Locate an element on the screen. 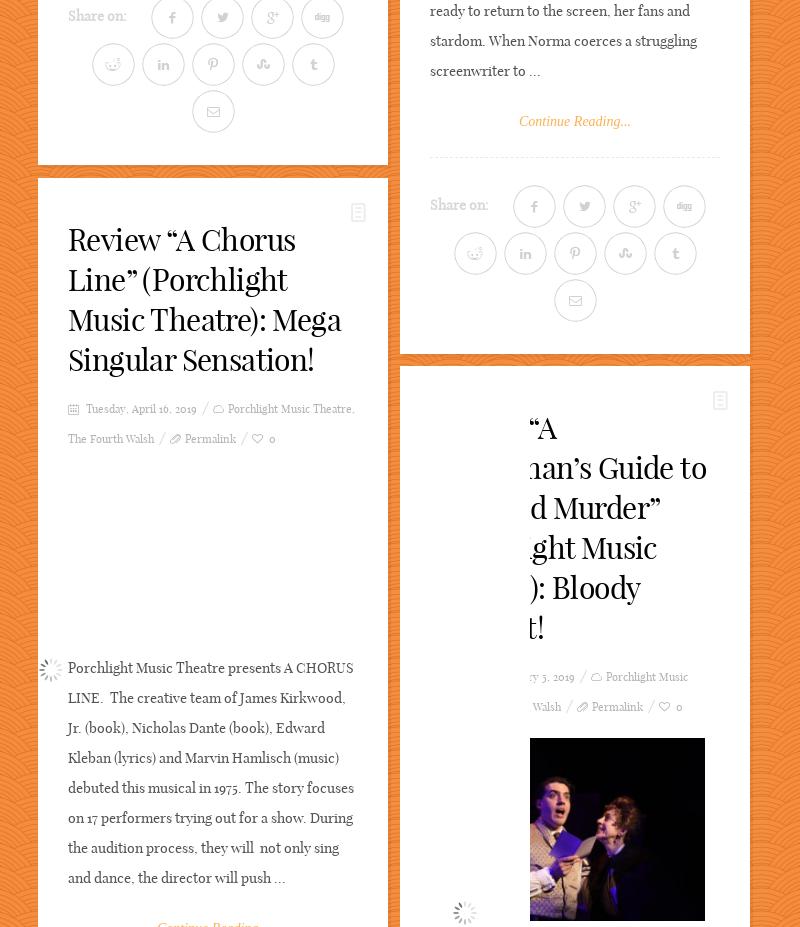 This screenshot has width=800, height=927. 'Tuesday, April 16, 2019' is located at coordinates (140, 408).